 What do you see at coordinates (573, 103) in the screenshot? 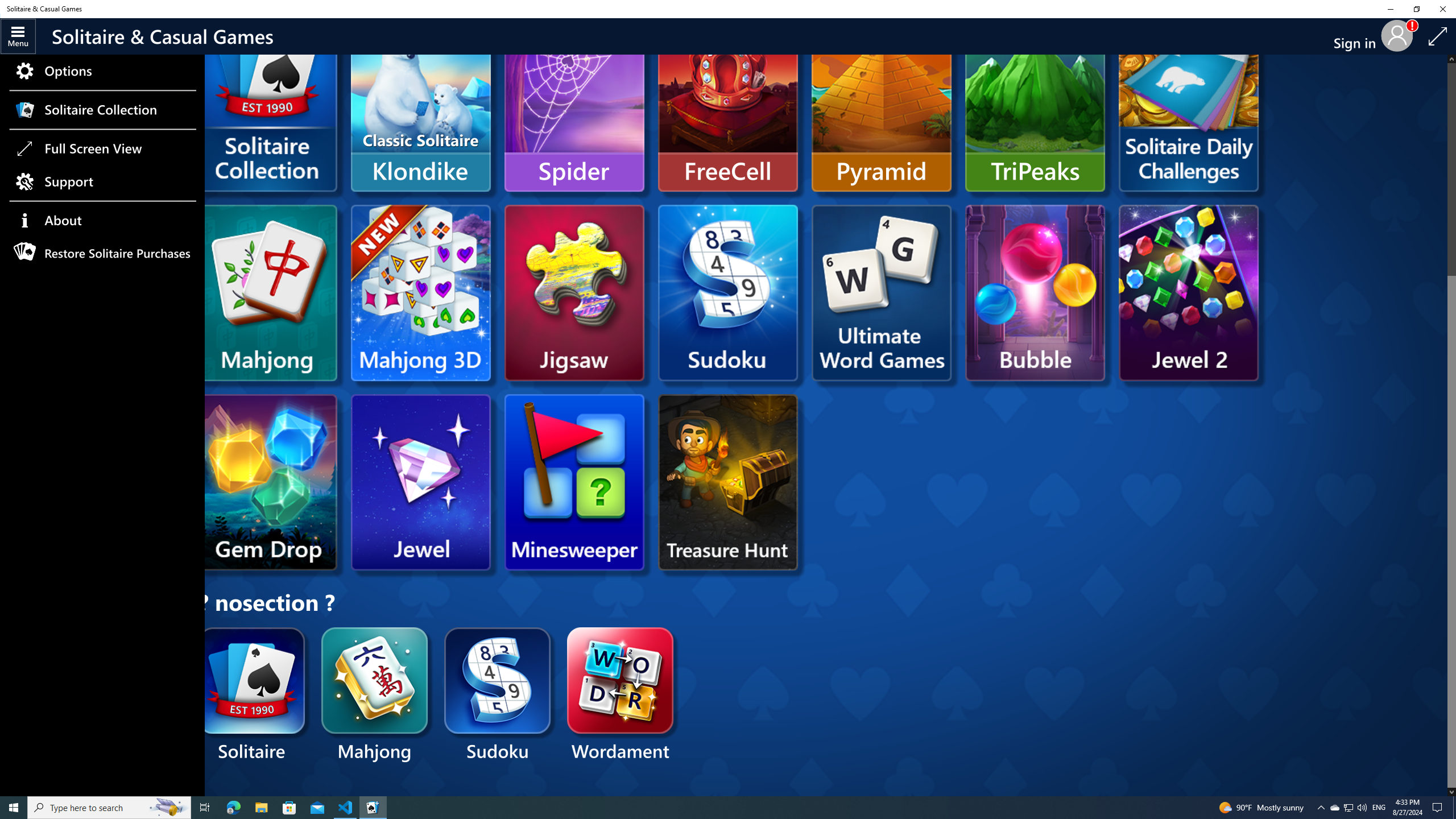
I see `'Spider'` at bounding box center [573, 103].